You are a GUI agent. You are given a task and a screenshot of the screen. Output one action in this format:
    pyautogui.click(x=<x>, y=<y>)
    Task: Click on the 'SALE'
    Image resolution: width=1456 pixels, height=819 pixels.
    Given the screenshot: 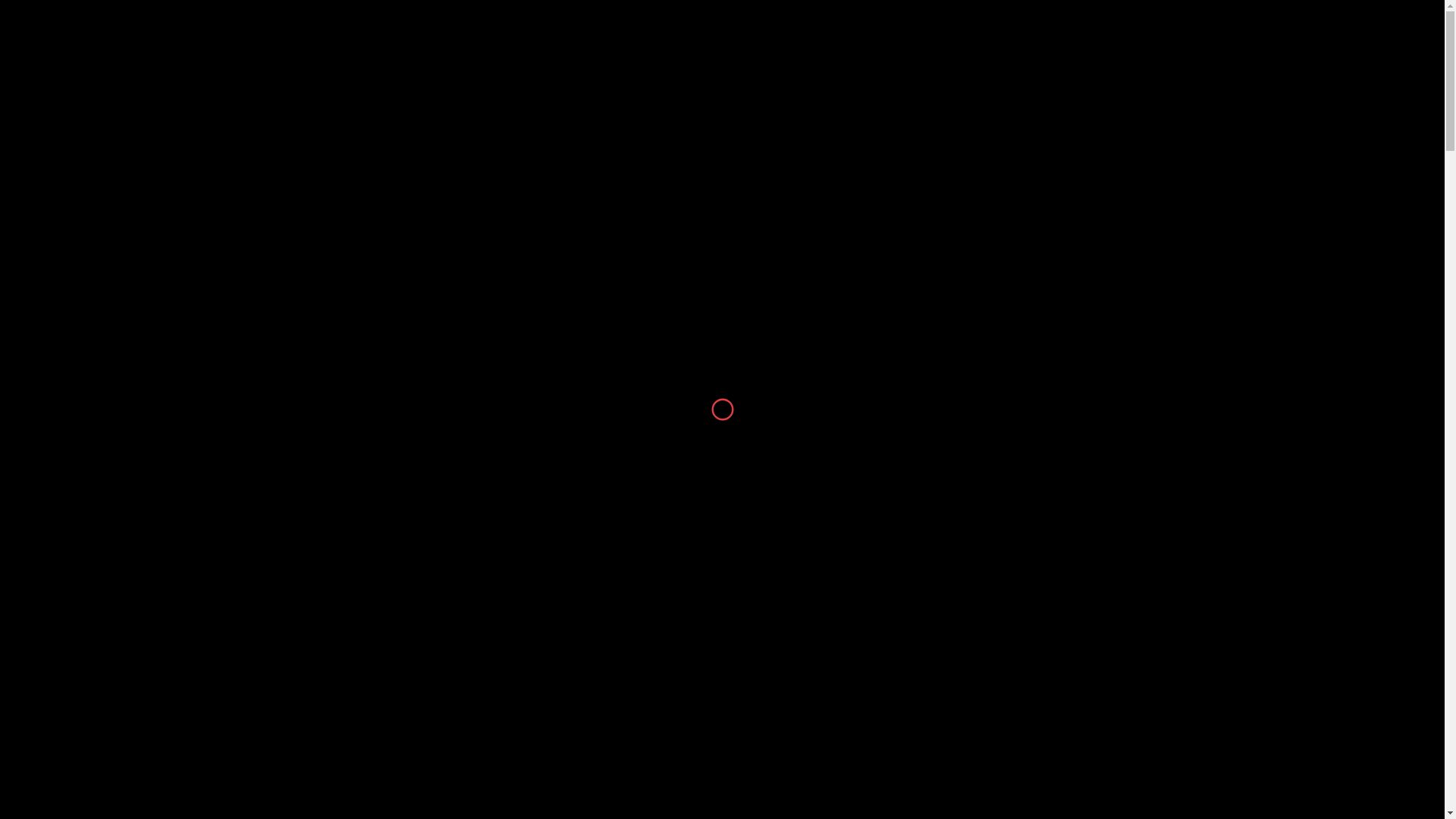 What is the action you would take?
    pyautogui.click(x=652, y=51)
    